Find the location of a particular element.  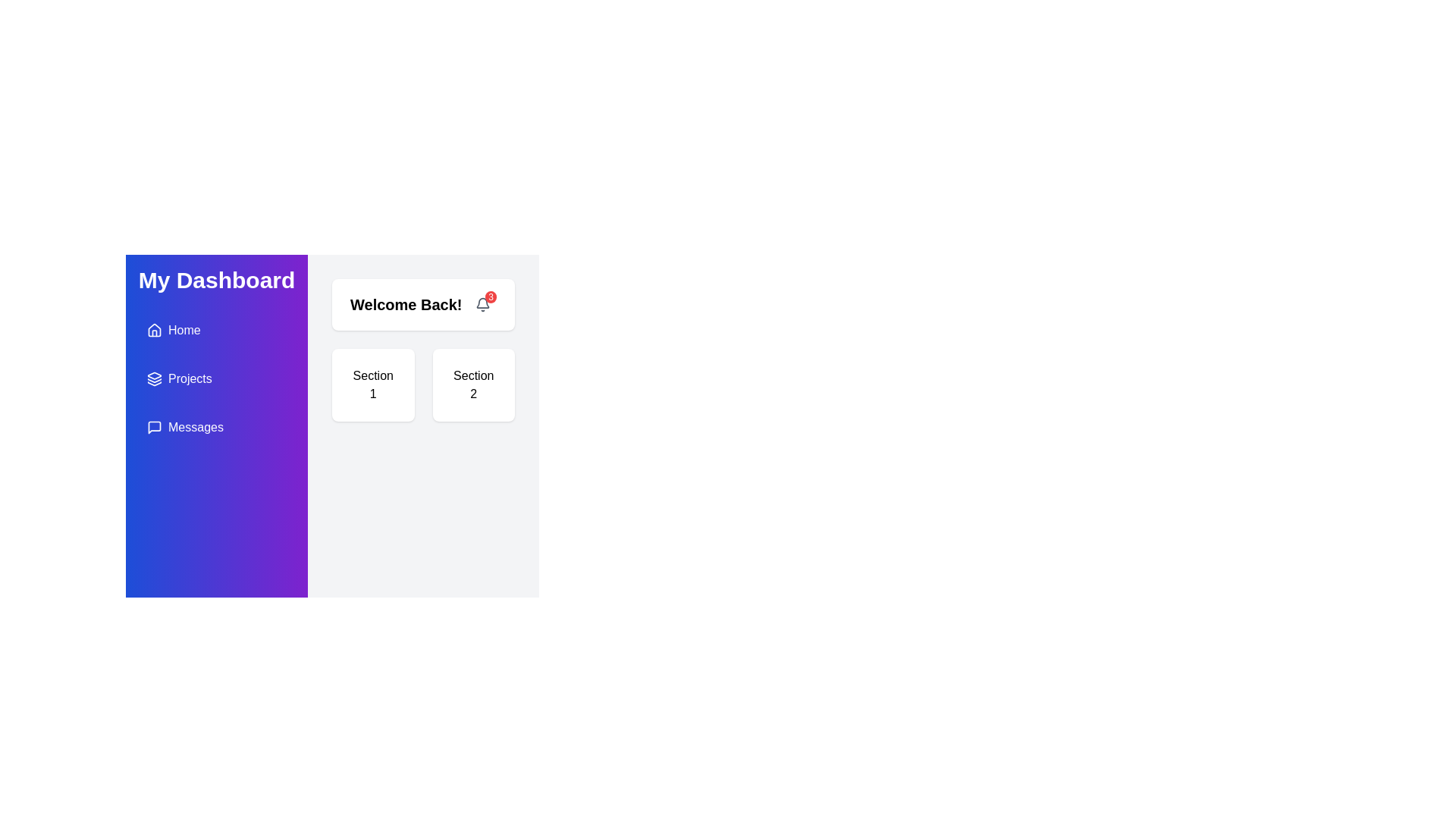

the 'Welcome Back!' text label is located at coordinates (406, 304).